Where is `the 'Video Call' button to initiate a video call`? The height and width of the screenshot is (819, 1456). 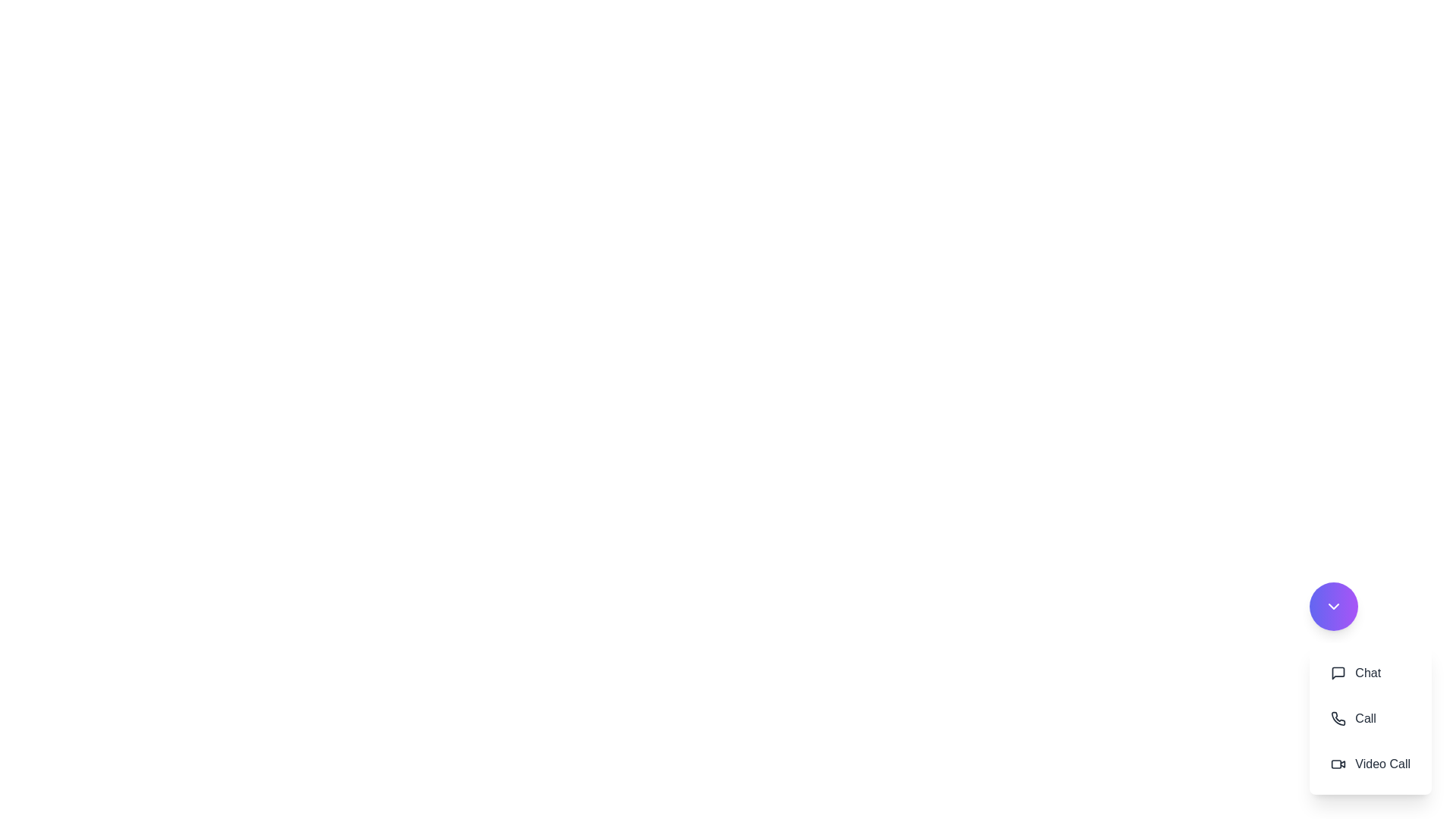 the 'Video Call' button to initiate a video call is located at coordinates (1370, 764).